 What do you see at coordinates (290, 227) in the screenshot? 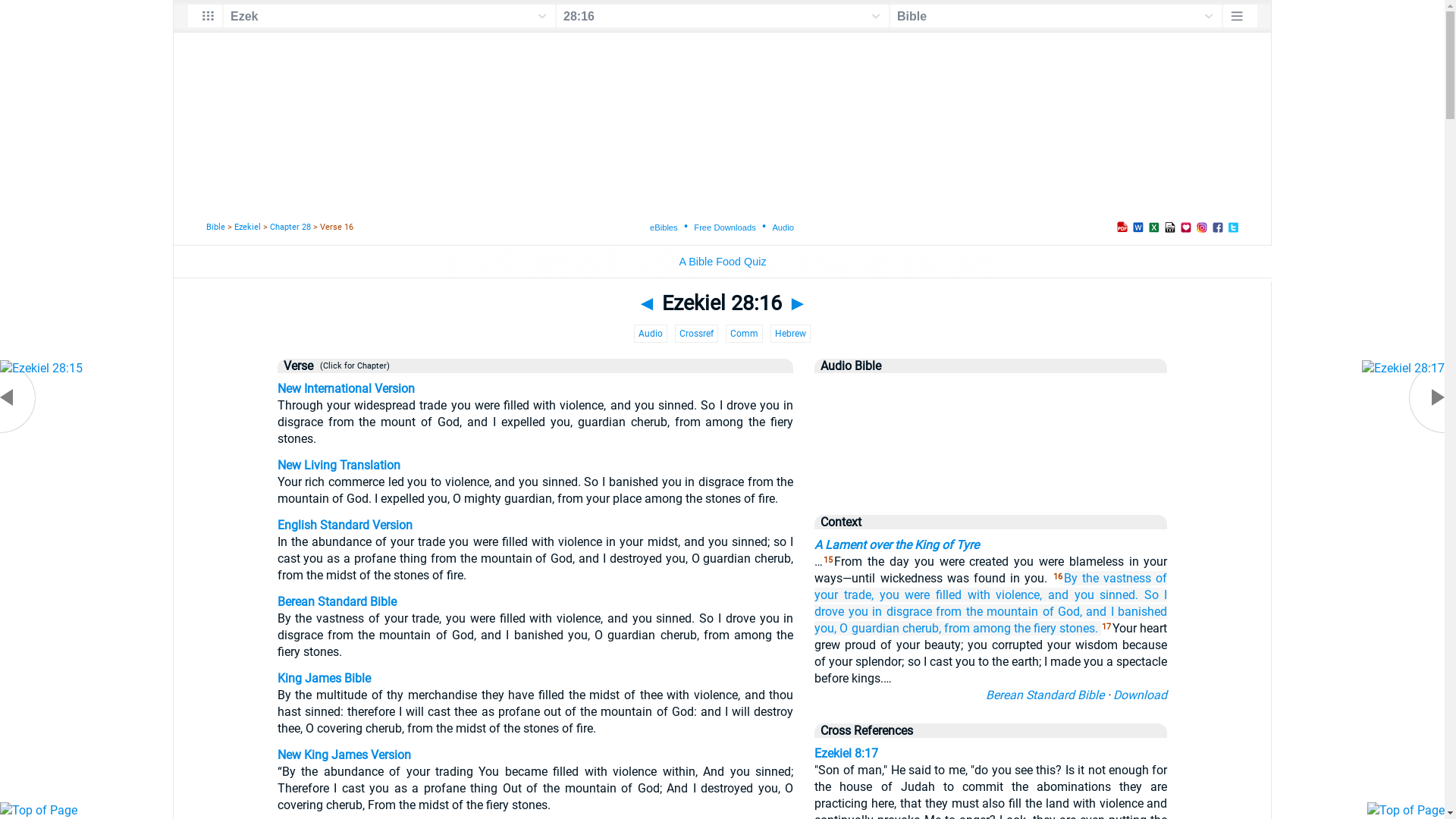
I see `'Chapter 28'` at bounding box center [290, 227].